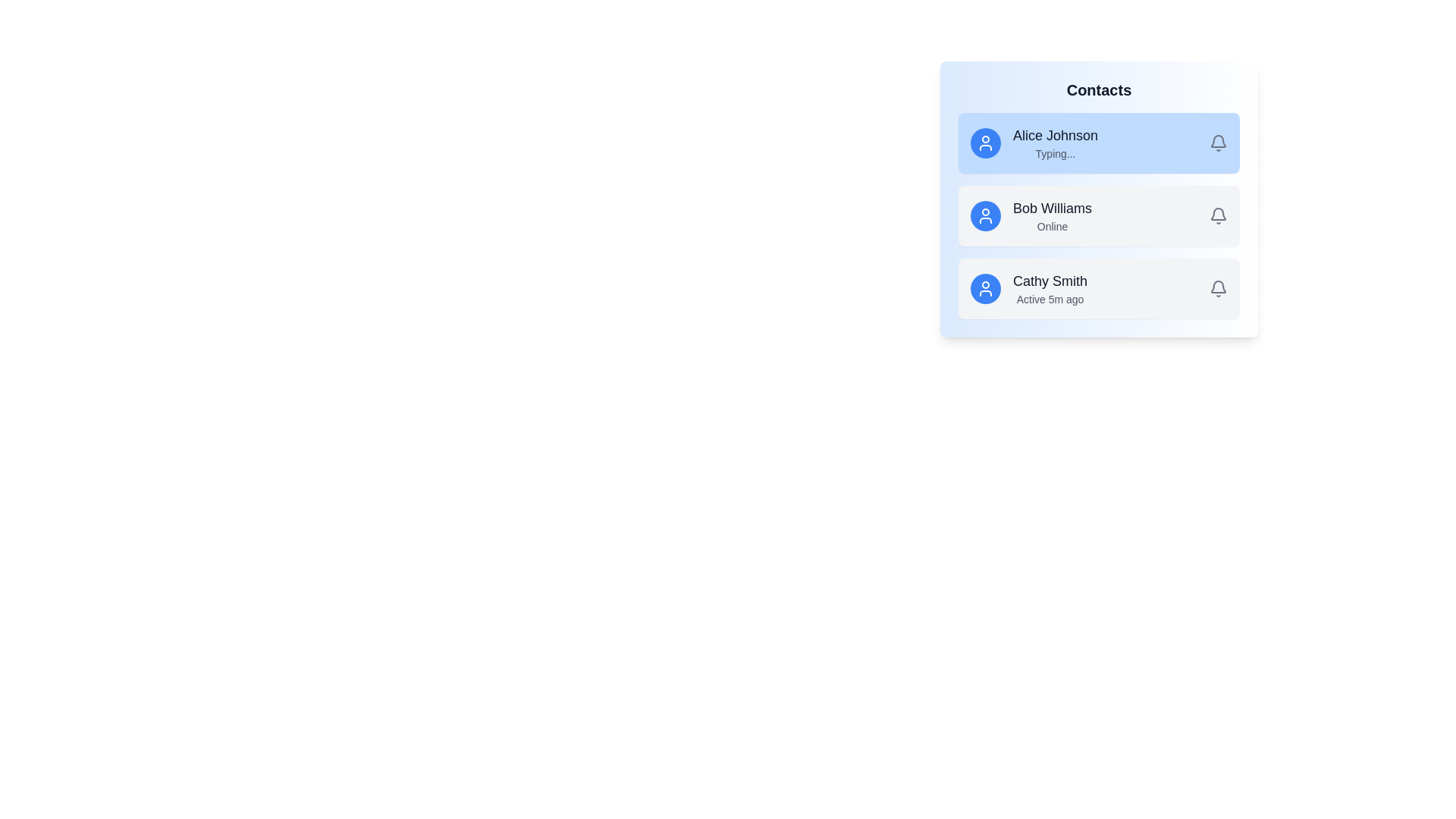  I want to click on the avatar icon representing the user 'Alice Johnson', located in the Contacts panel, positioned to the left of the text 'Alice Johnson', so click(986, 143).